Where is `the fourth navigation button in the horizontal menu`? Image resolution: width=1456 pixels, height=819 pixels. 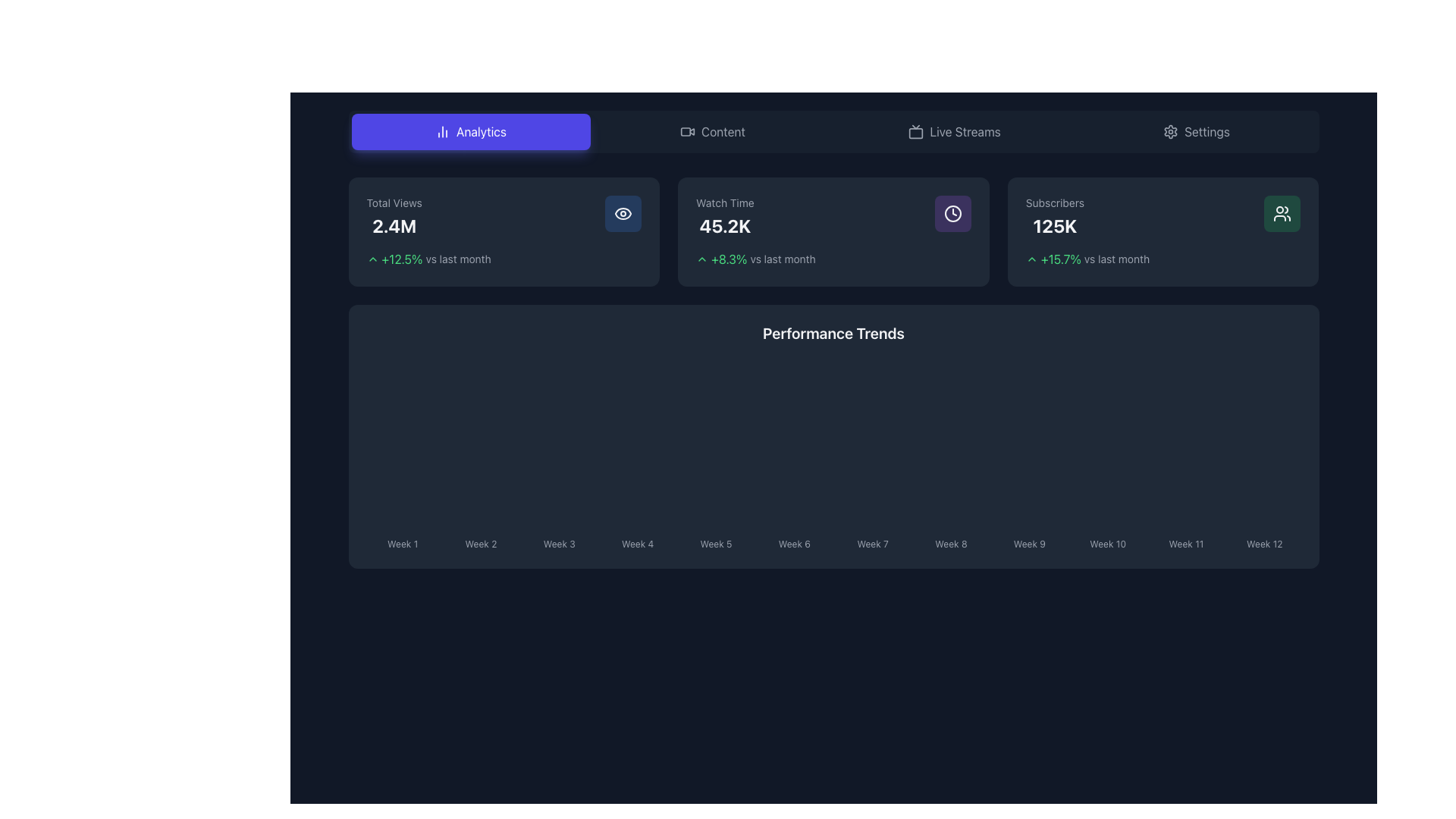
the fourth navigation button in the horizontal menu is located at coordinates (1196, 130).